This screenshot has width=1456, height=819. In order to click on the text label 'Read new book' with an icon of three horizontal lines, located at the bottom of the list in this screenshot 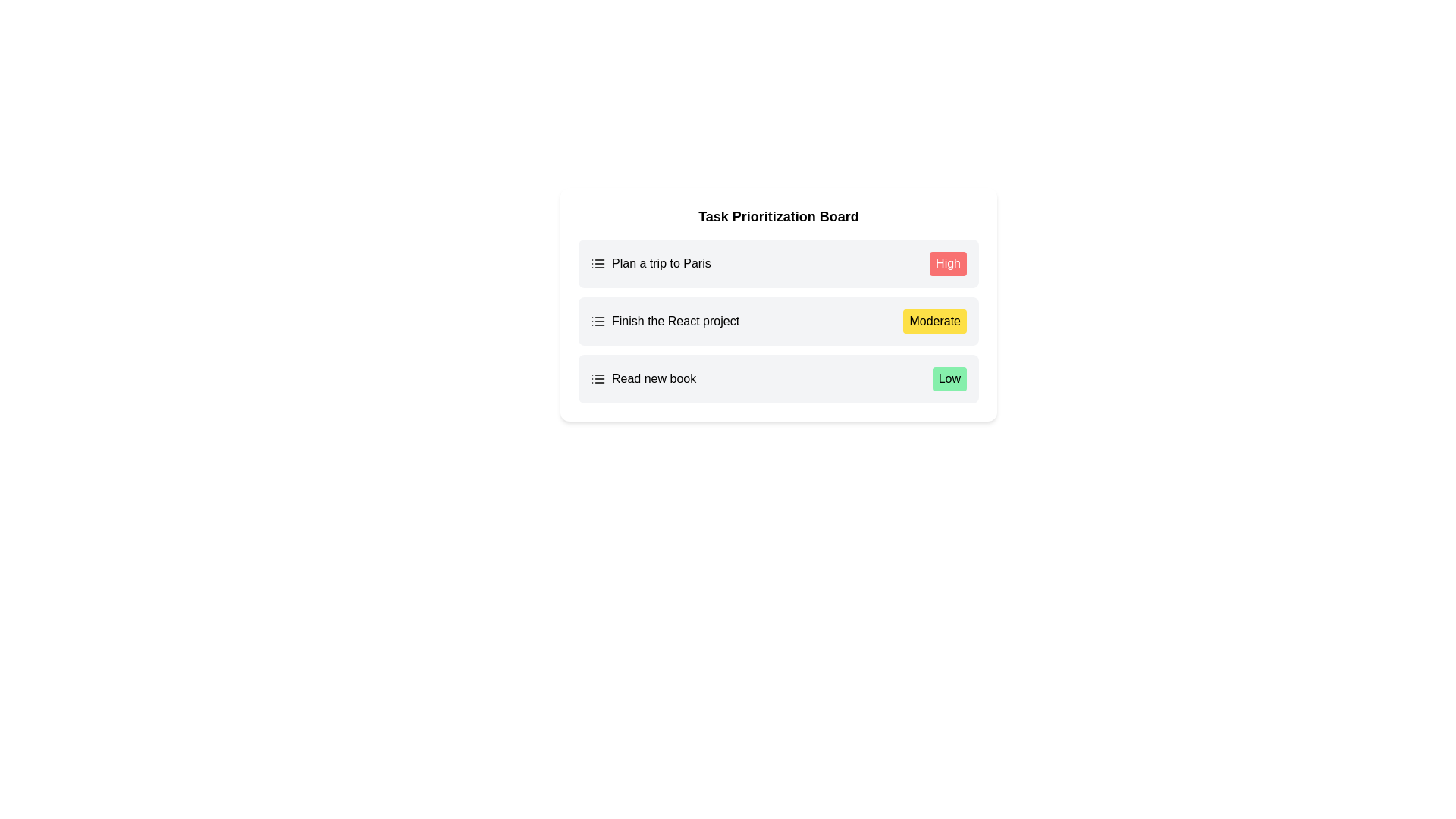, I will do `click(643, 378)`.